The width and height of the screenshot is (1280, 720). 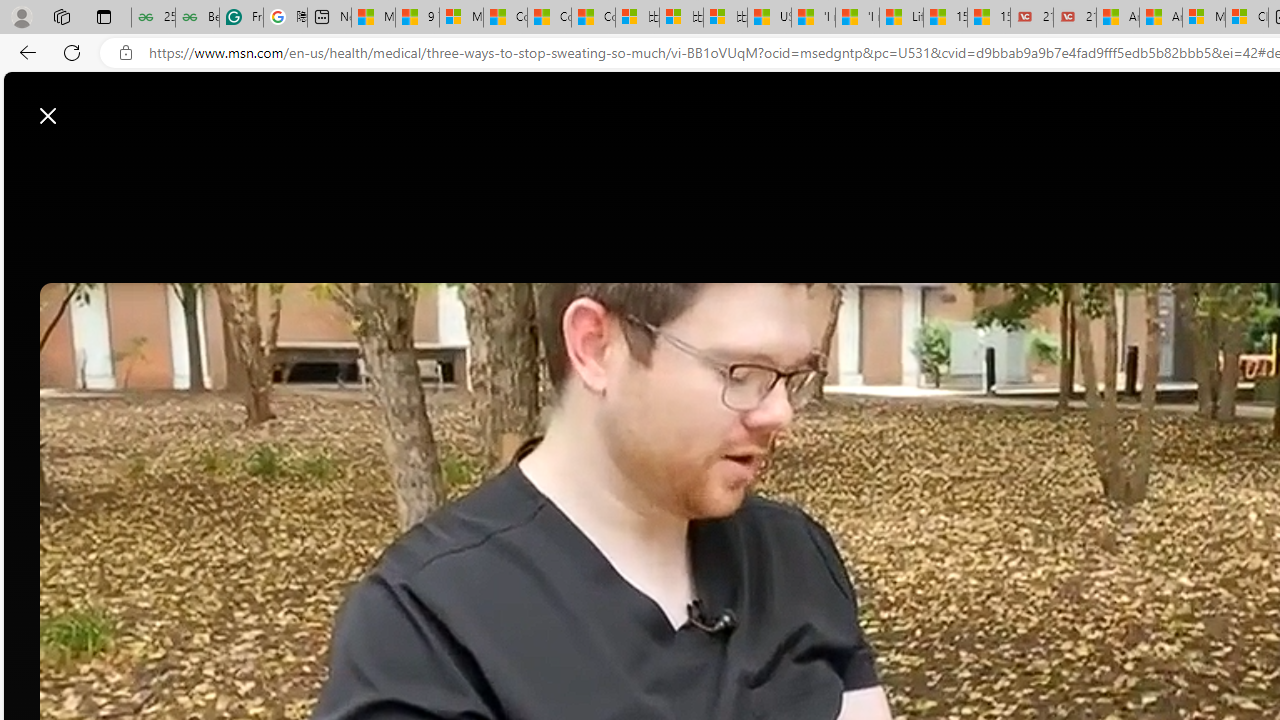 What do you see at coordinates (81, 105) in the screenshot?
I see `'Skip to footer'` at bounding box center [81, 105].